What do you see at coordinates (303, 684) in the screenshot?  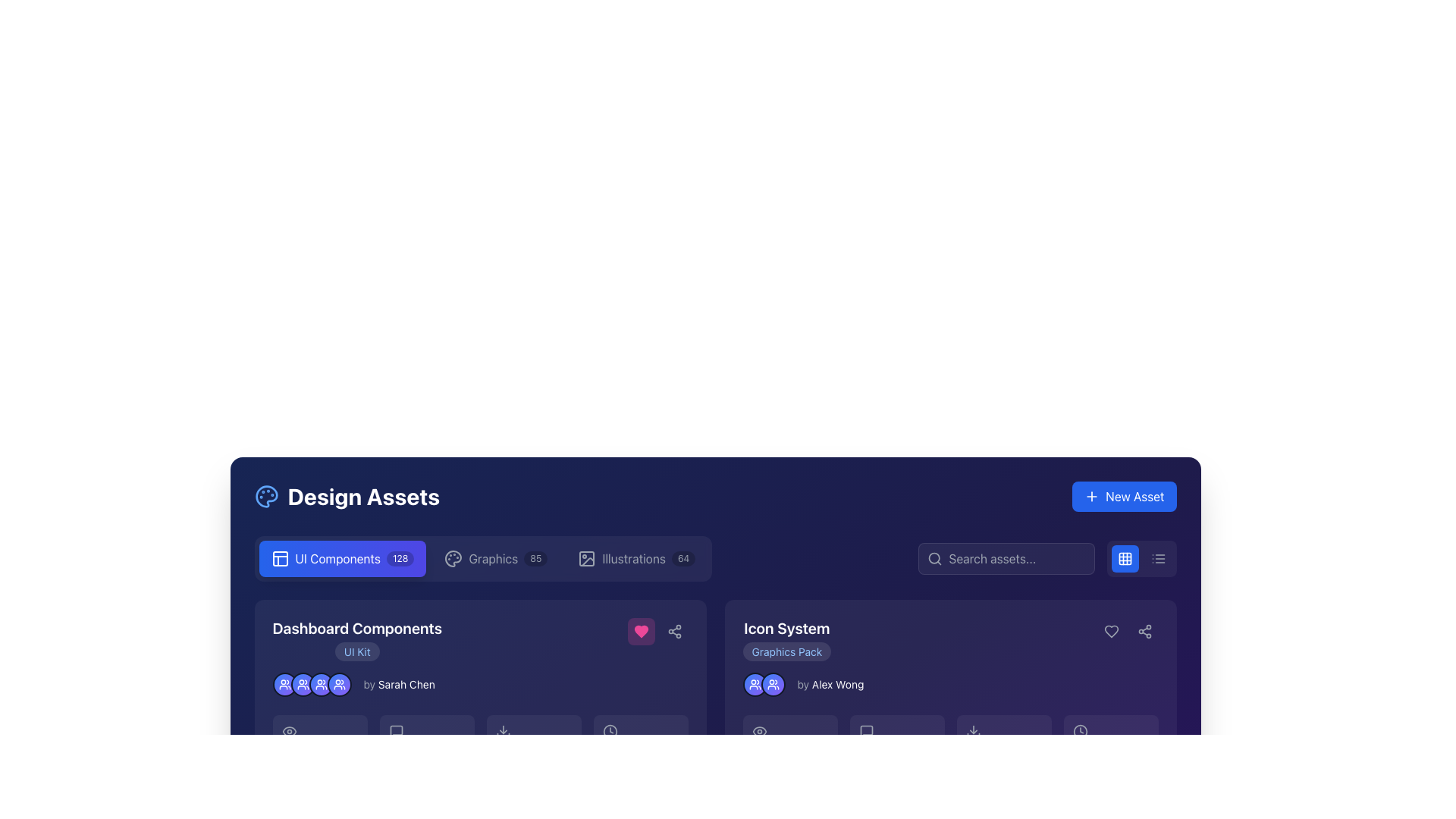 I see `Avatar icon, which is a circular UI component with a gradient background transitioning from blue to violet, featuring a white group of people icon and a dark border, located in the lower portion of the card labeled 'Dashboard Components'` at bounding box center [303, 684].